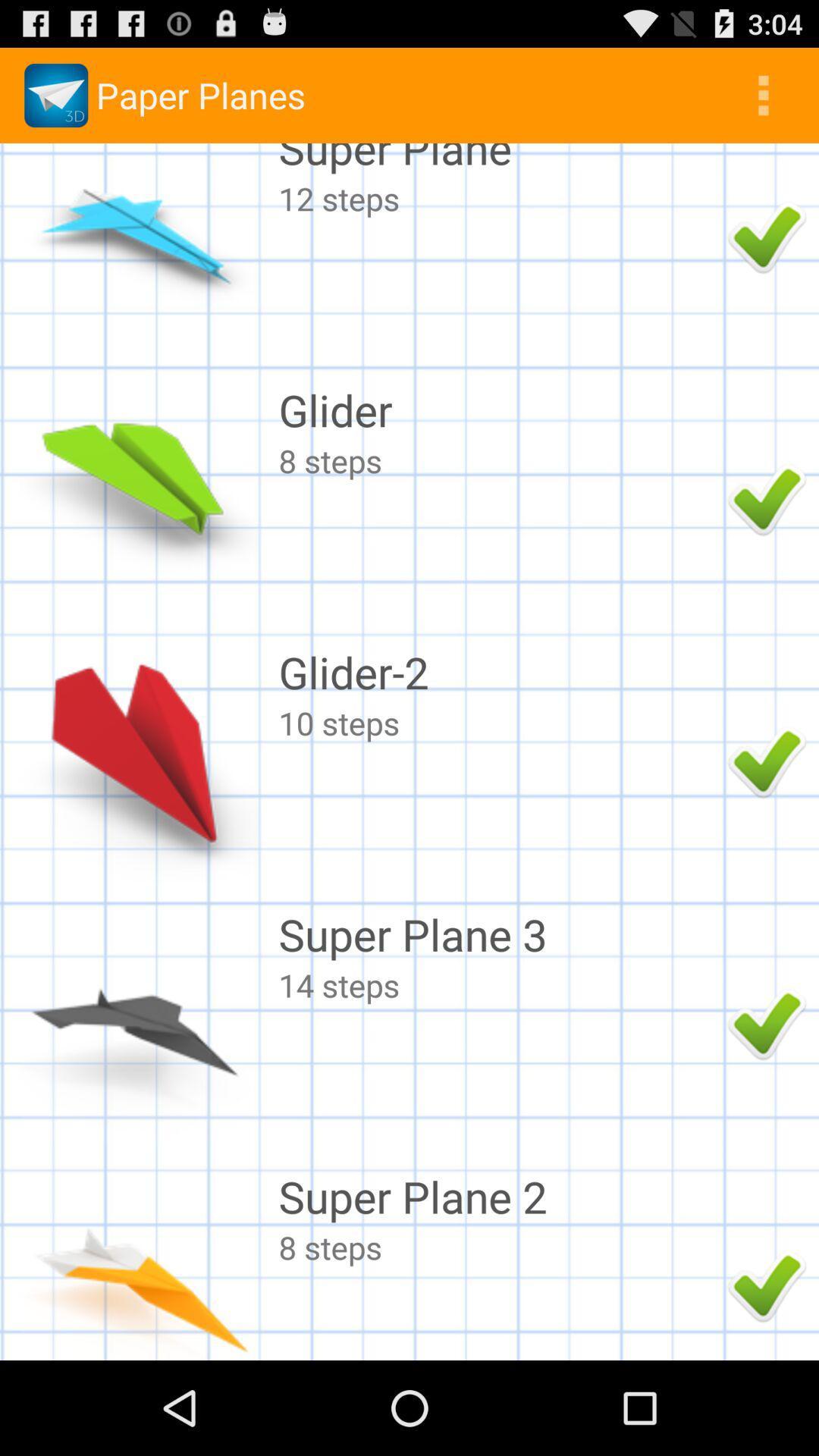 The image size is (819, 1456). I want to click on the item above super plane 2 app, so click(499, 985).